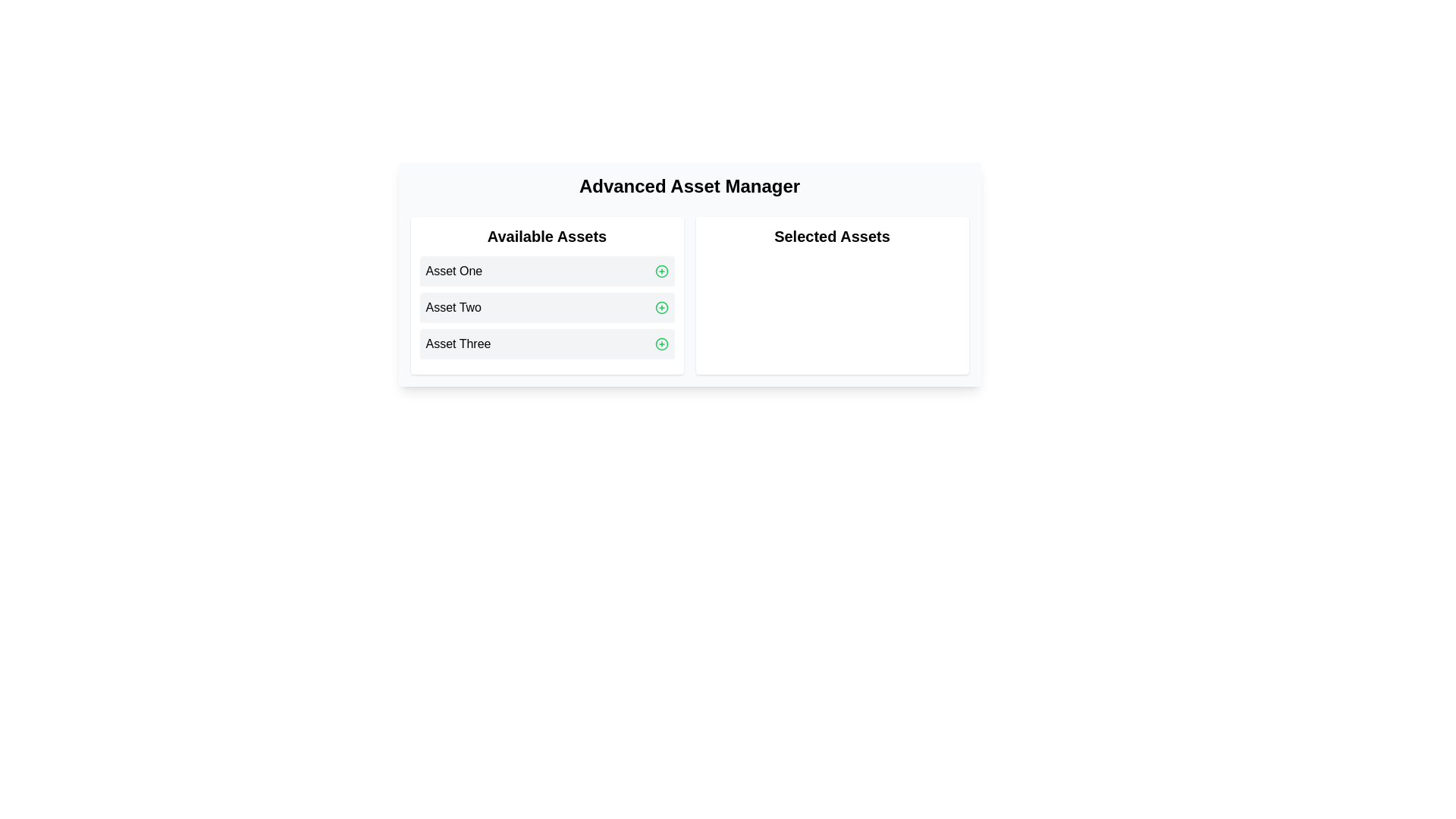  I want to click on outer circular component of the icon located to the right of the 'Asset One' label in the 'Available Assets' section using browser developer tools, so click(661, 271).